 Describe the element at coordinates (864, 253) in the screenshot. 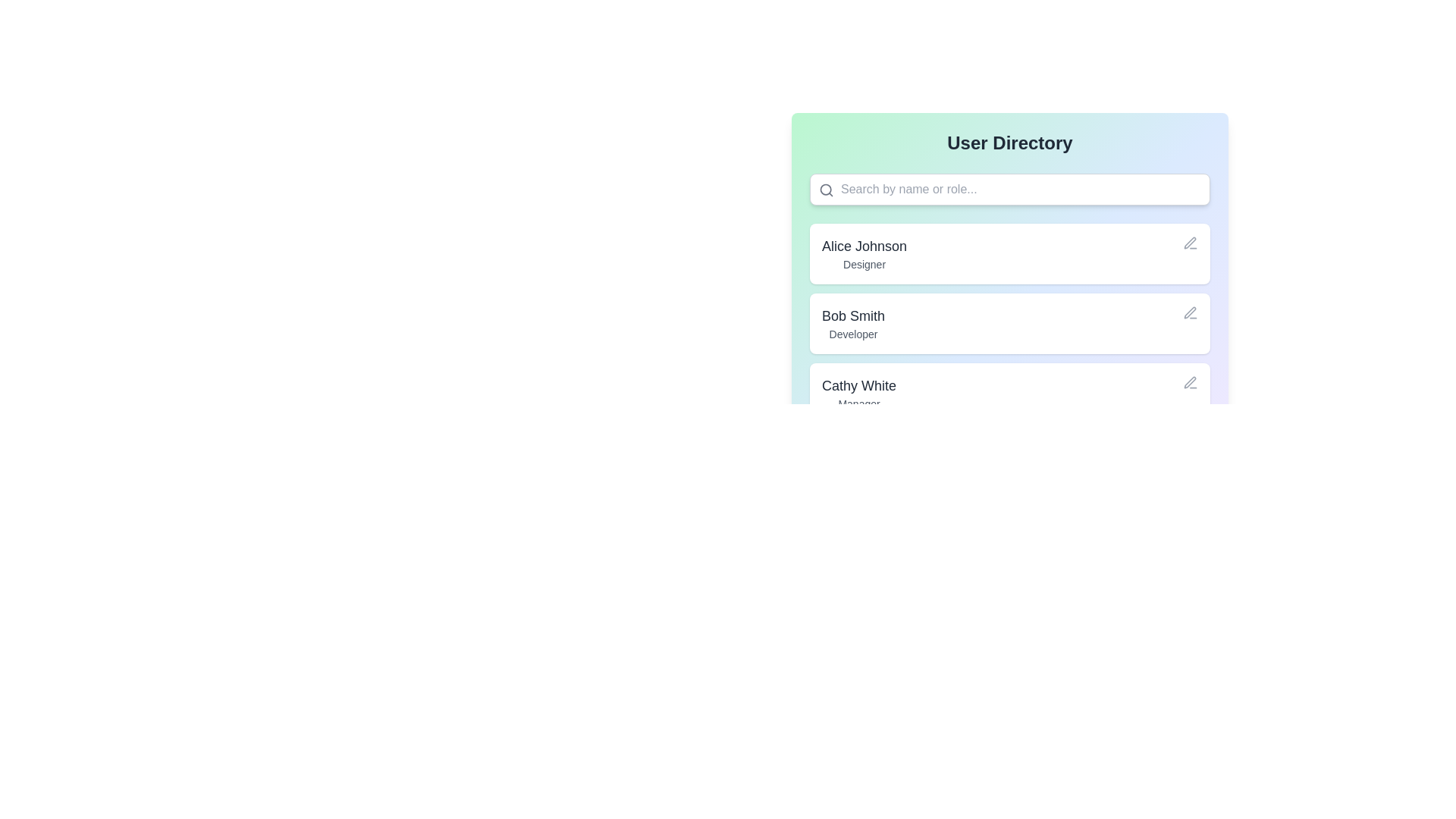

I see `the text label displaying 'Alice Johnson, Designer' in the 'User Directory' section, which is the top entry in the list` at that location.